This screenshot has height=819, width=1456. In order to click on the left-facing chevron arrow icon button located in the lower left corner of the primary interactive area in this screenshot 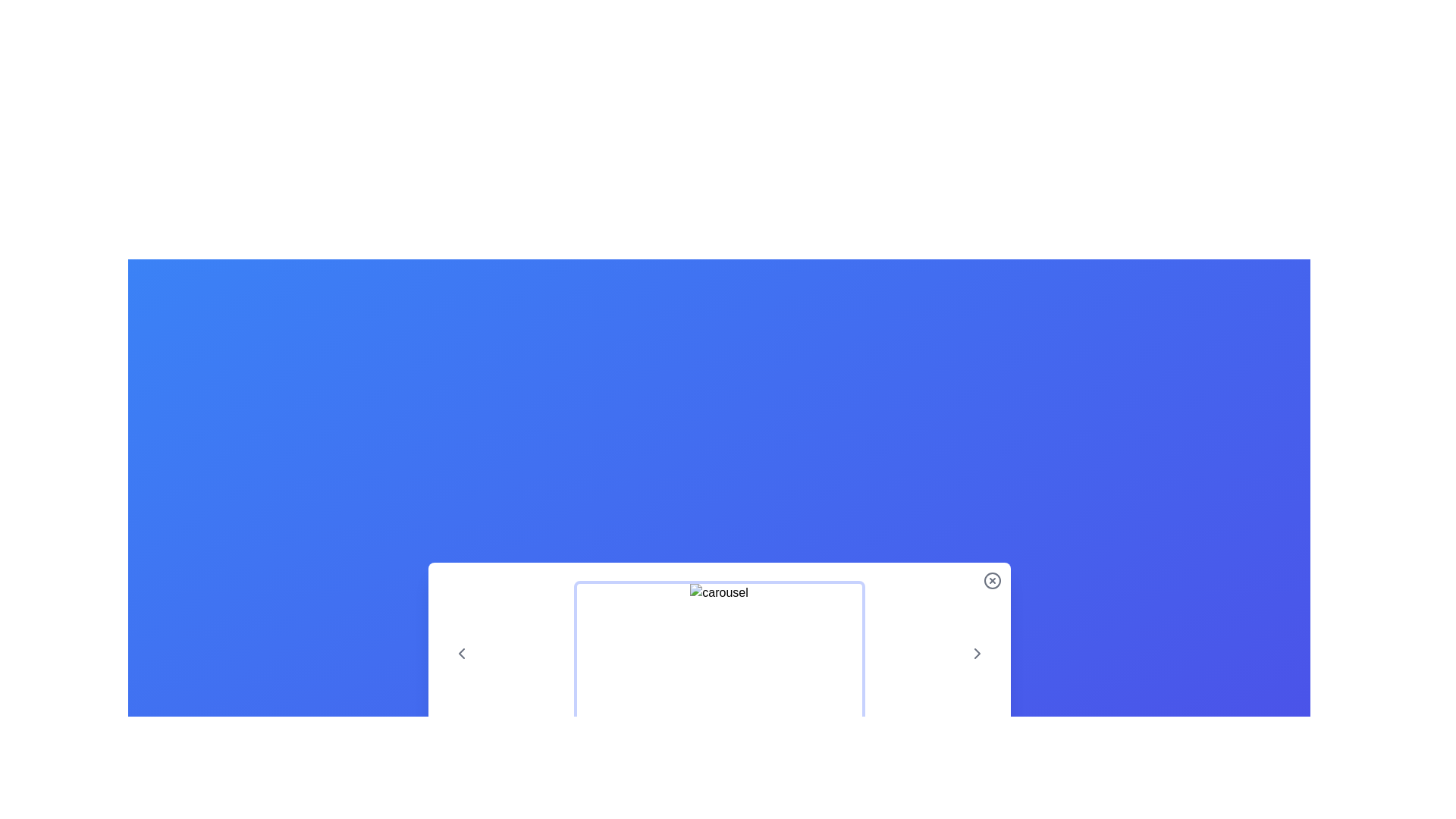, I will do `click(460, 652)`.